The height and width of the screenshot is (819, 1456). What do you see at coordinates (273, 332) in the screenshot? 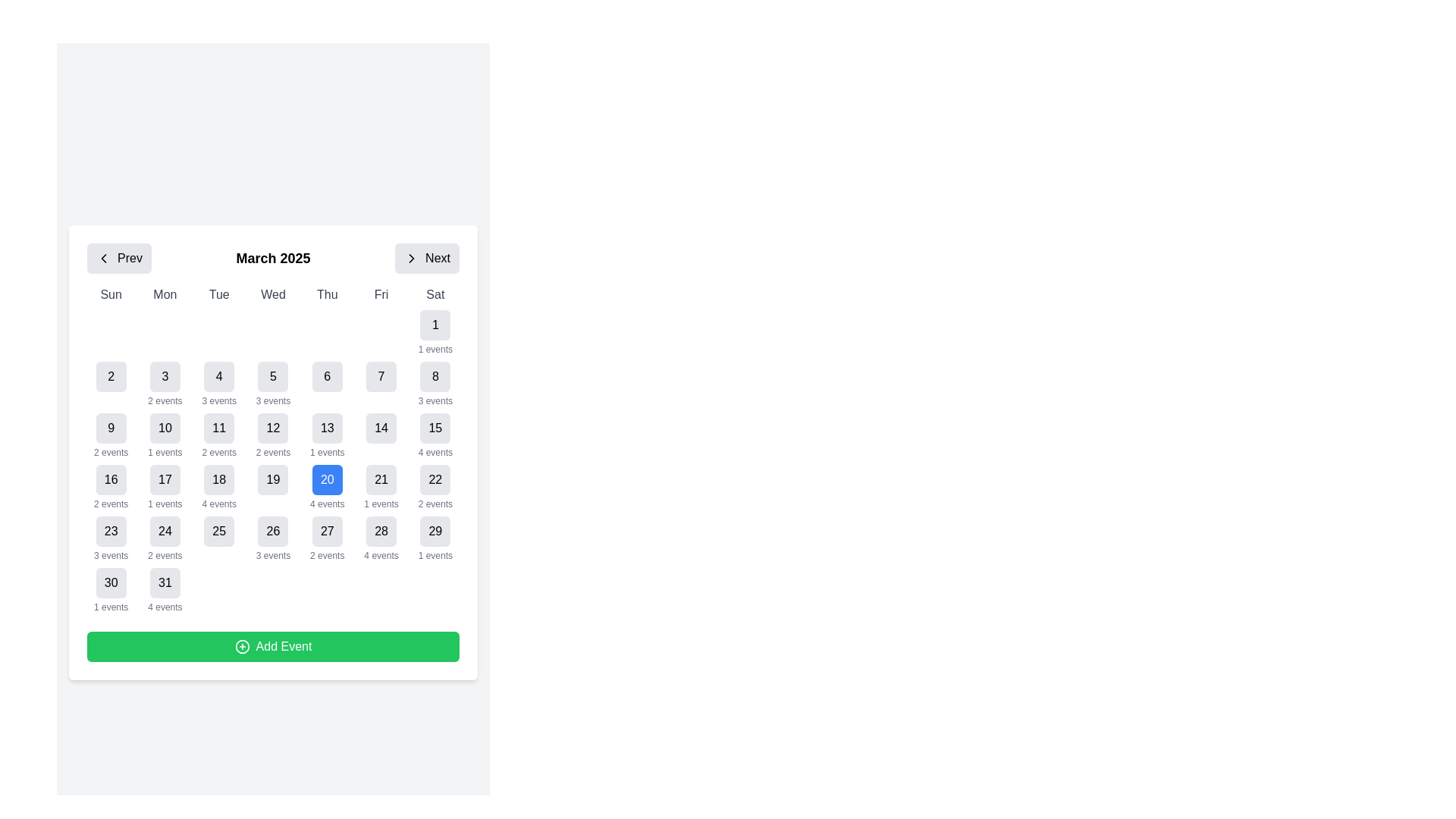
I see `the placeholder cell in the calendar grid under the 'Wed' header` at bounding box center [273, 332].